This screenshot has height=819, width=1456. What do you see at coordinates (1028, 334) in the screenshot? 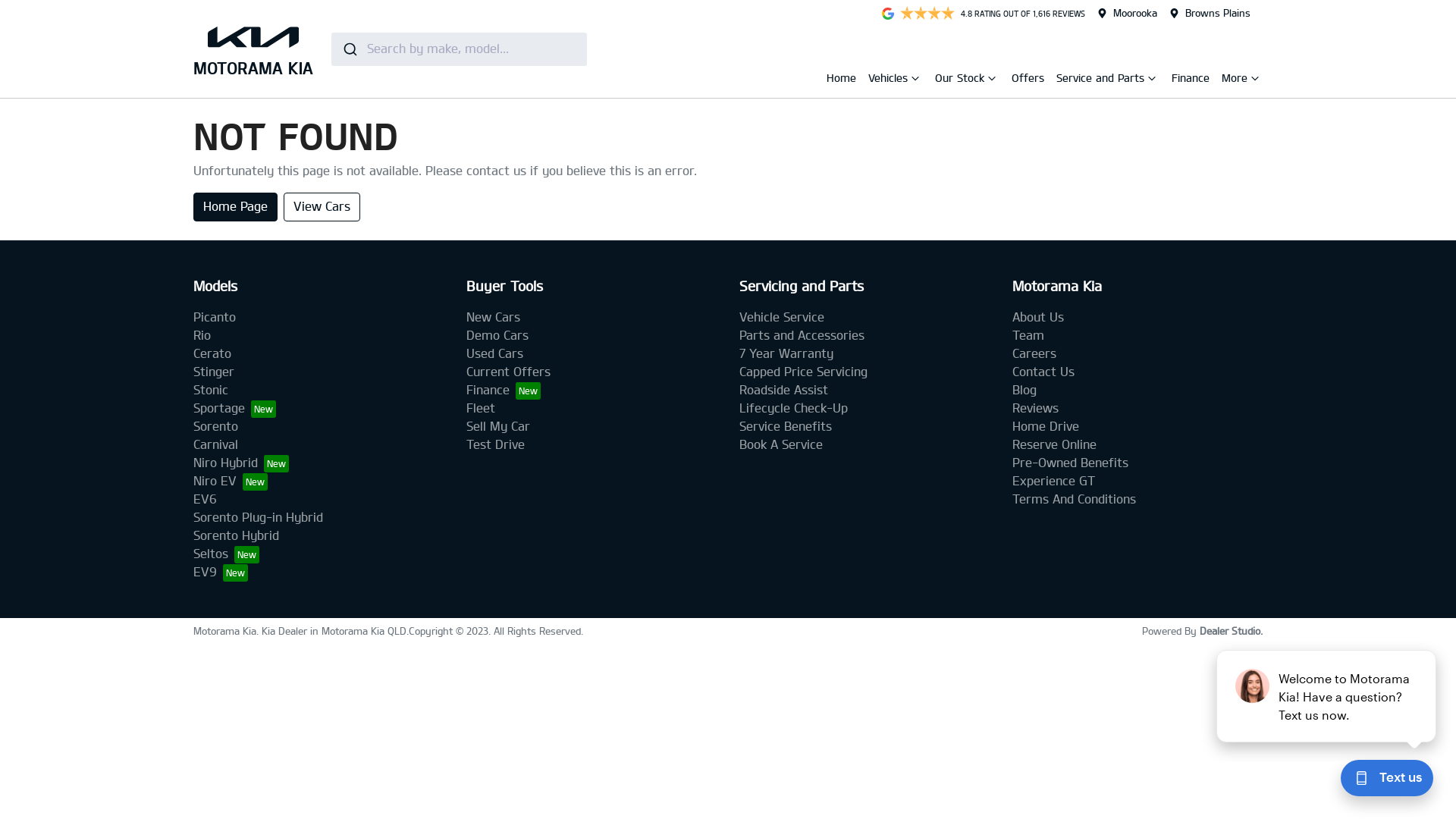
I see `'Team'` at bounding box center [1028, 334].